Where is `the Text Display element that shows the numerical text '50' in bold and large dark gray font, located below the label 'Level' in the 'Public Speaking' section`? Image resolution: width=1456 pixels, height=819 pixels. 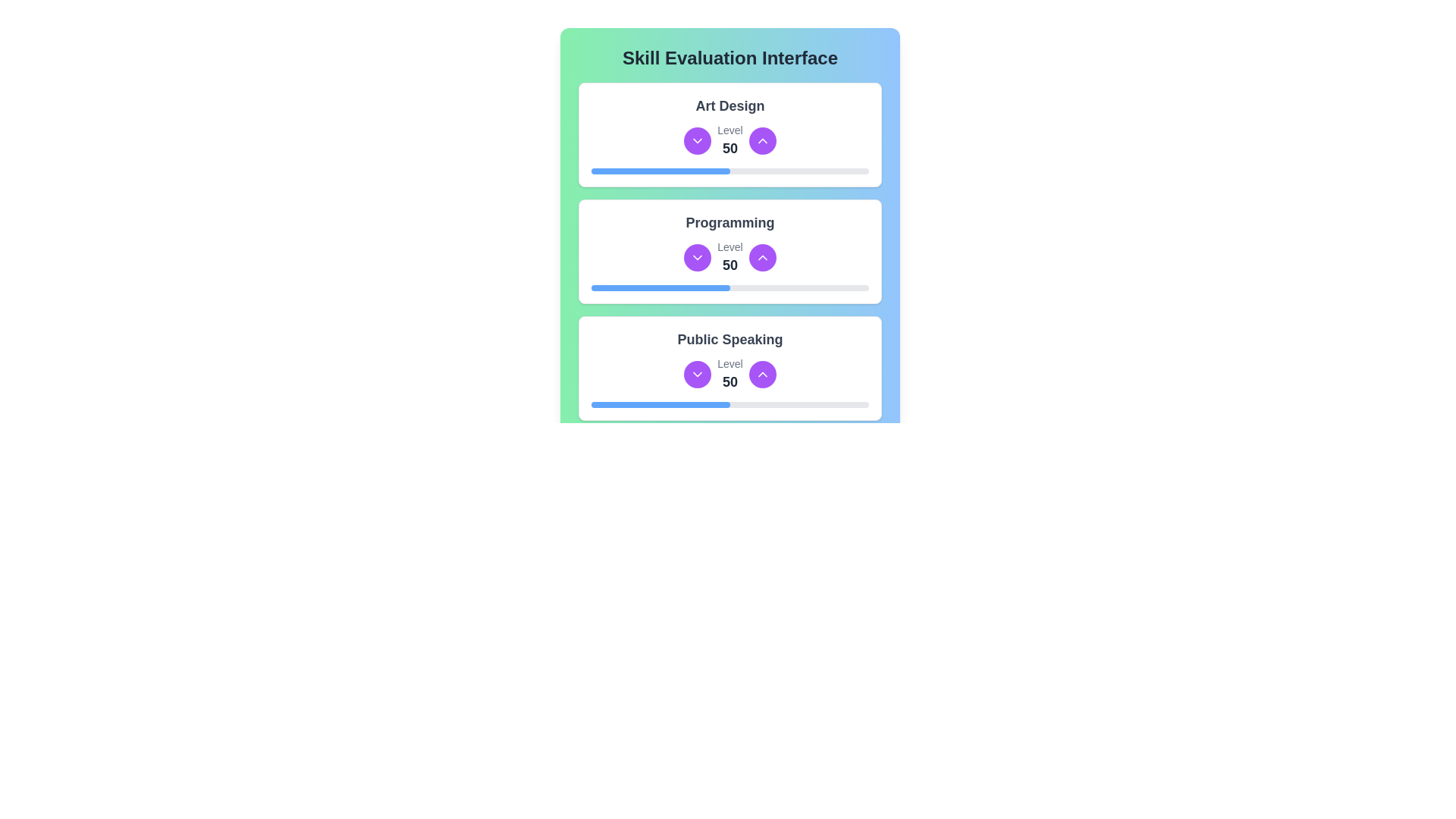
the Text Display element that shows the numerical text '50' in bold and large dark gray font, located below the label 'Level' in the 'Public Speaking' section is located at coordinates (730, 381).